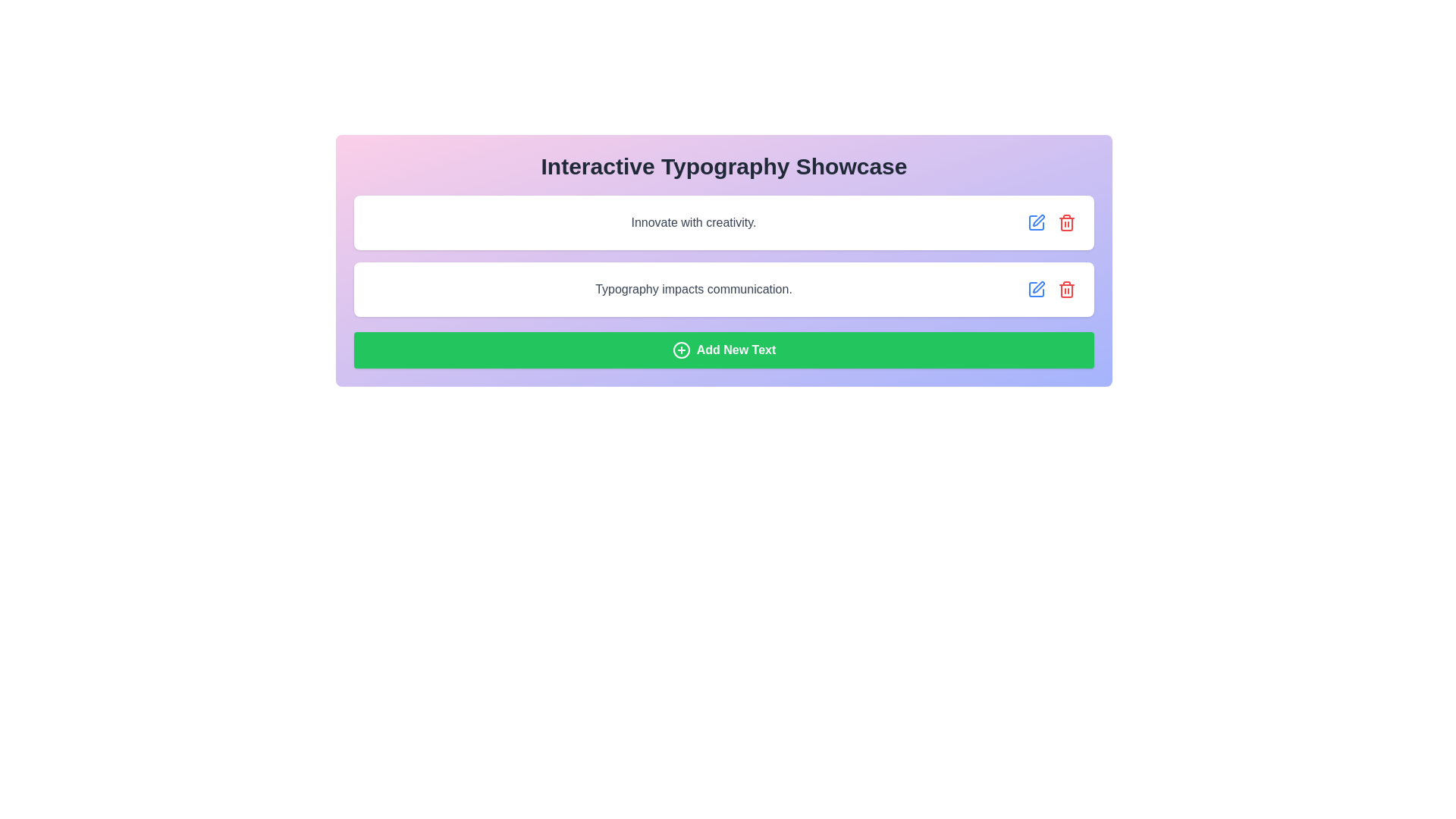 This screenshot has width=1456, height=819. What do you see at coordinates (1065, 224) in the screenshot?
I see `the trash can icon associated with the second input field to initiate a delete action` at bounding box center [1065, 224].